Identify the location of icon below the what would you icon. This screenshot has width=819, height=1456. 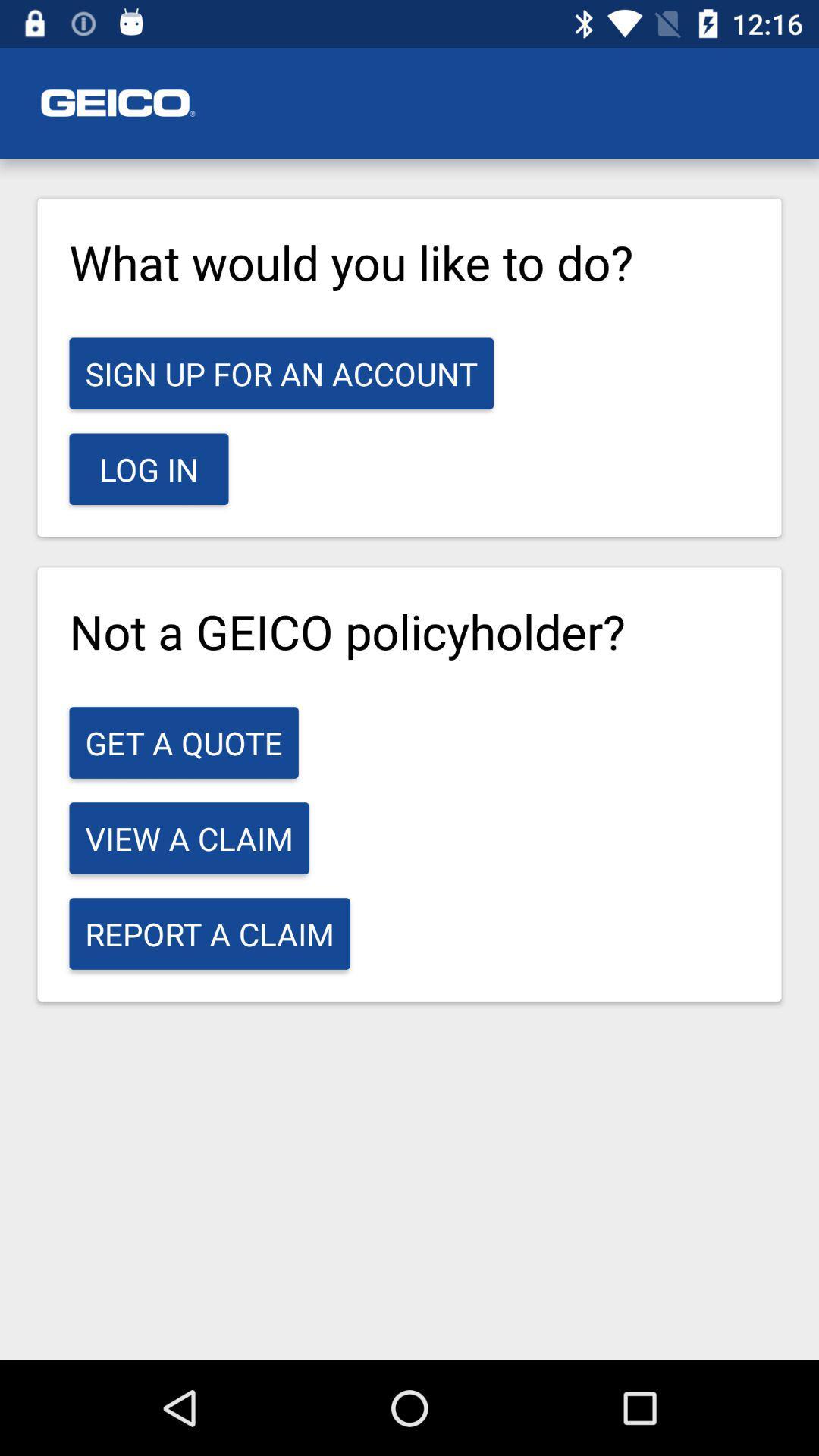
(281, 373).